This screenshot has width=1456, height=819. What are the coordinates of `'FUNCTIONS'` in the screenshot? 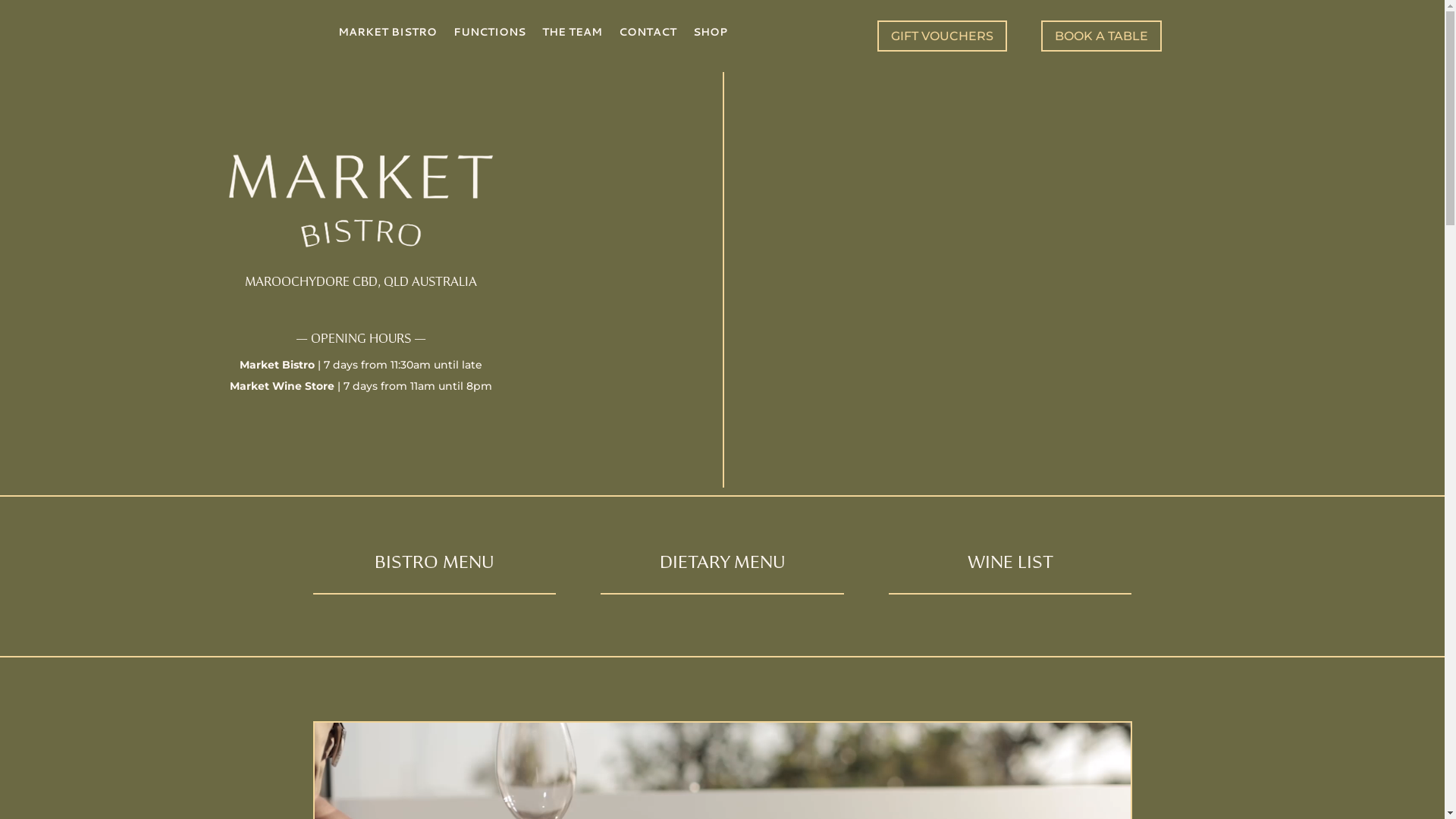 It's located at (489, 34).